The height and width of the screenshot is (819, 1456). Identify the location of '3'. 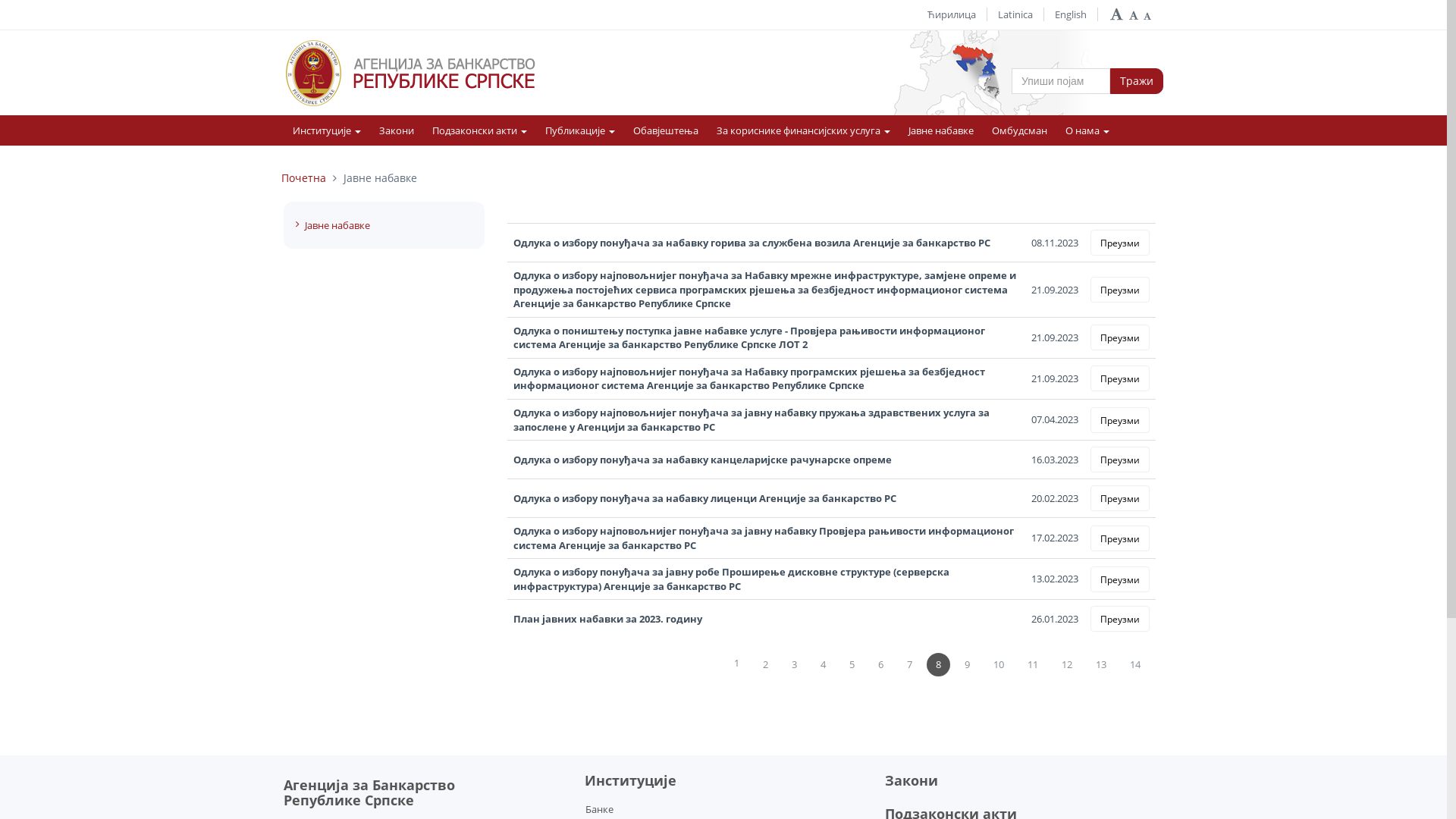
(783, 664).